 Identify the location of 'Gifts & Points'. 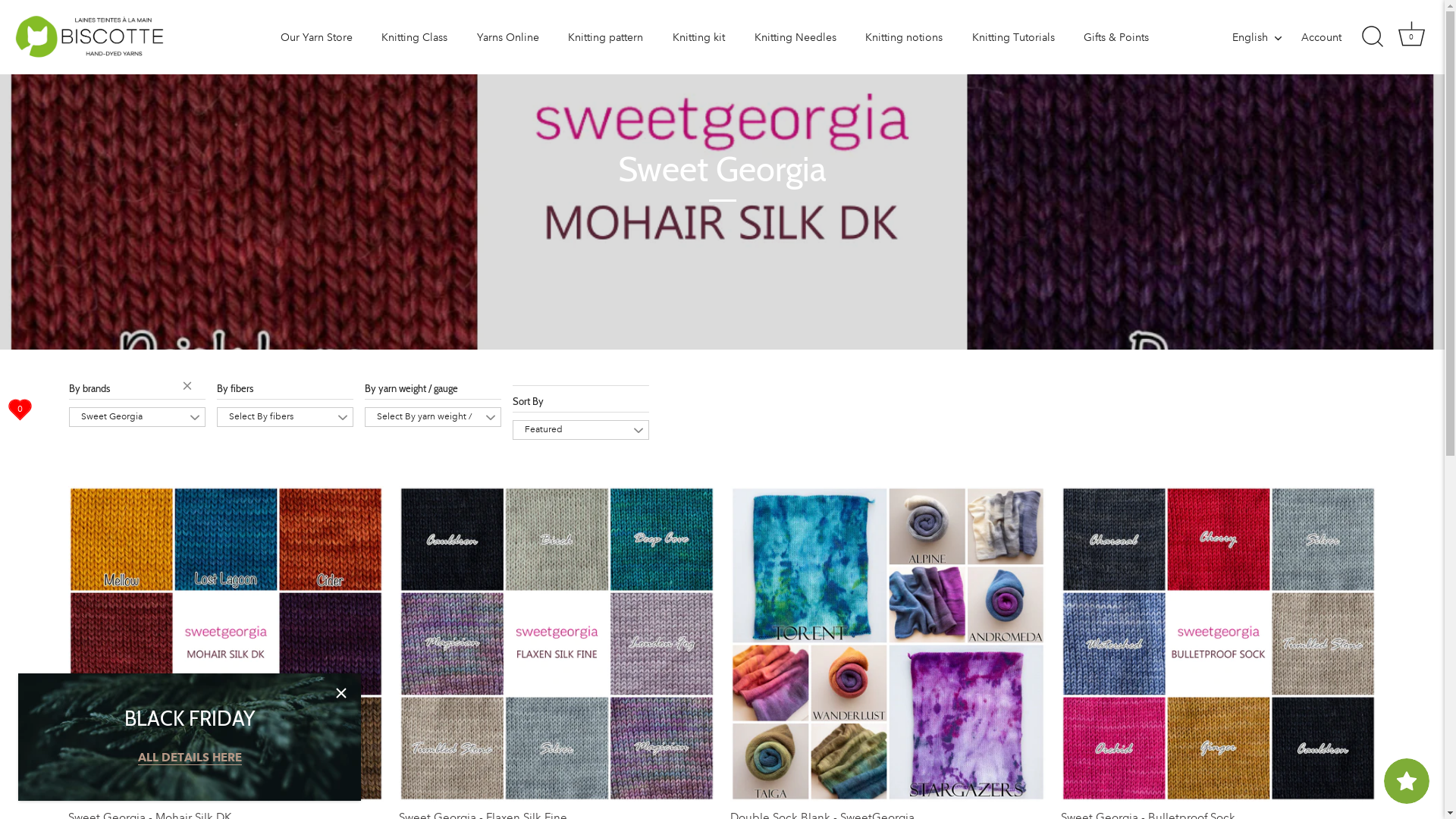
(1116, 36).